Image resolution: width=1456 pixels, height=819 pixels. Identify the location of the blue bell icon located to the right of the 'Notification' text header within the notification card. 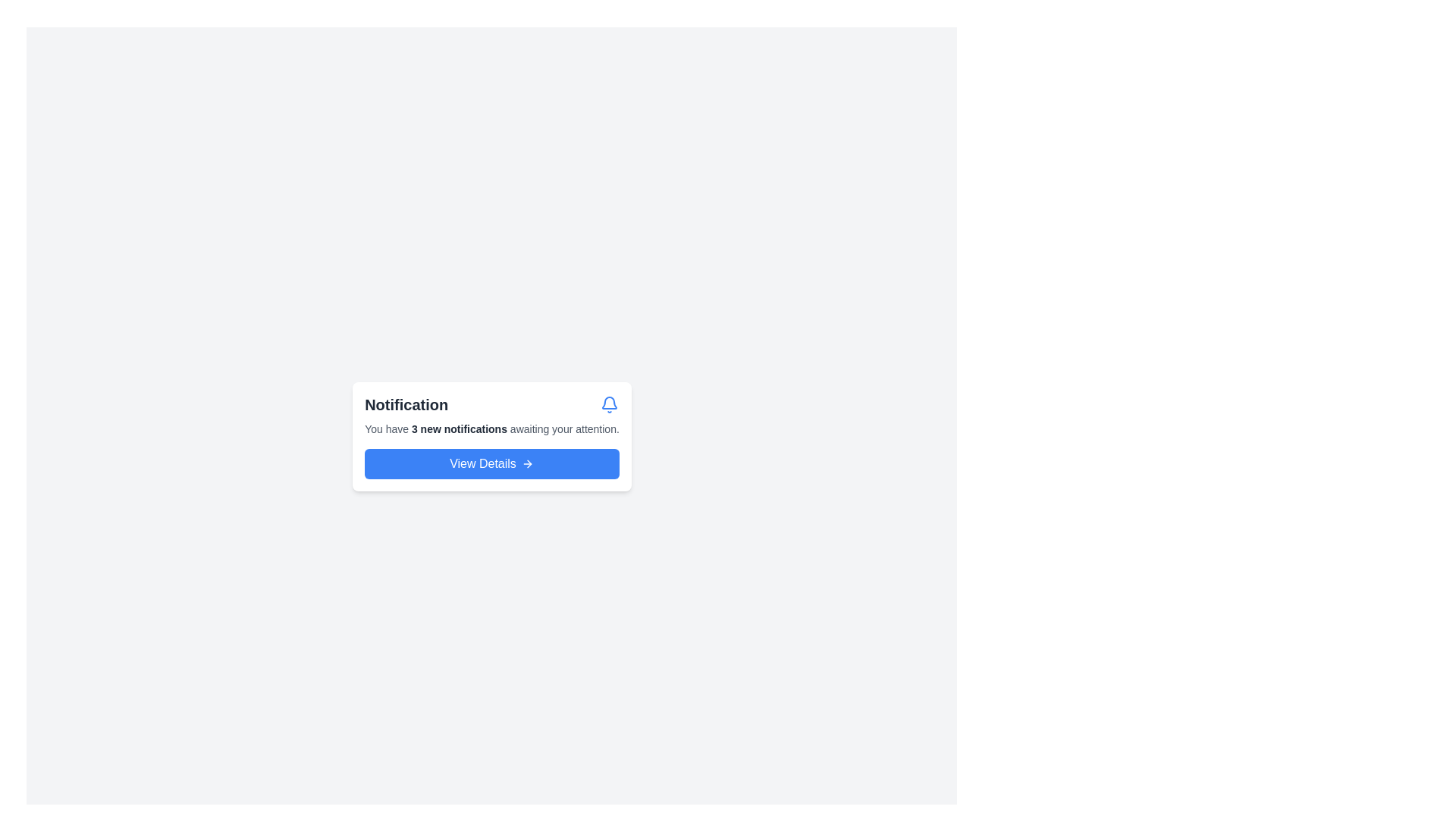
(610, 403).